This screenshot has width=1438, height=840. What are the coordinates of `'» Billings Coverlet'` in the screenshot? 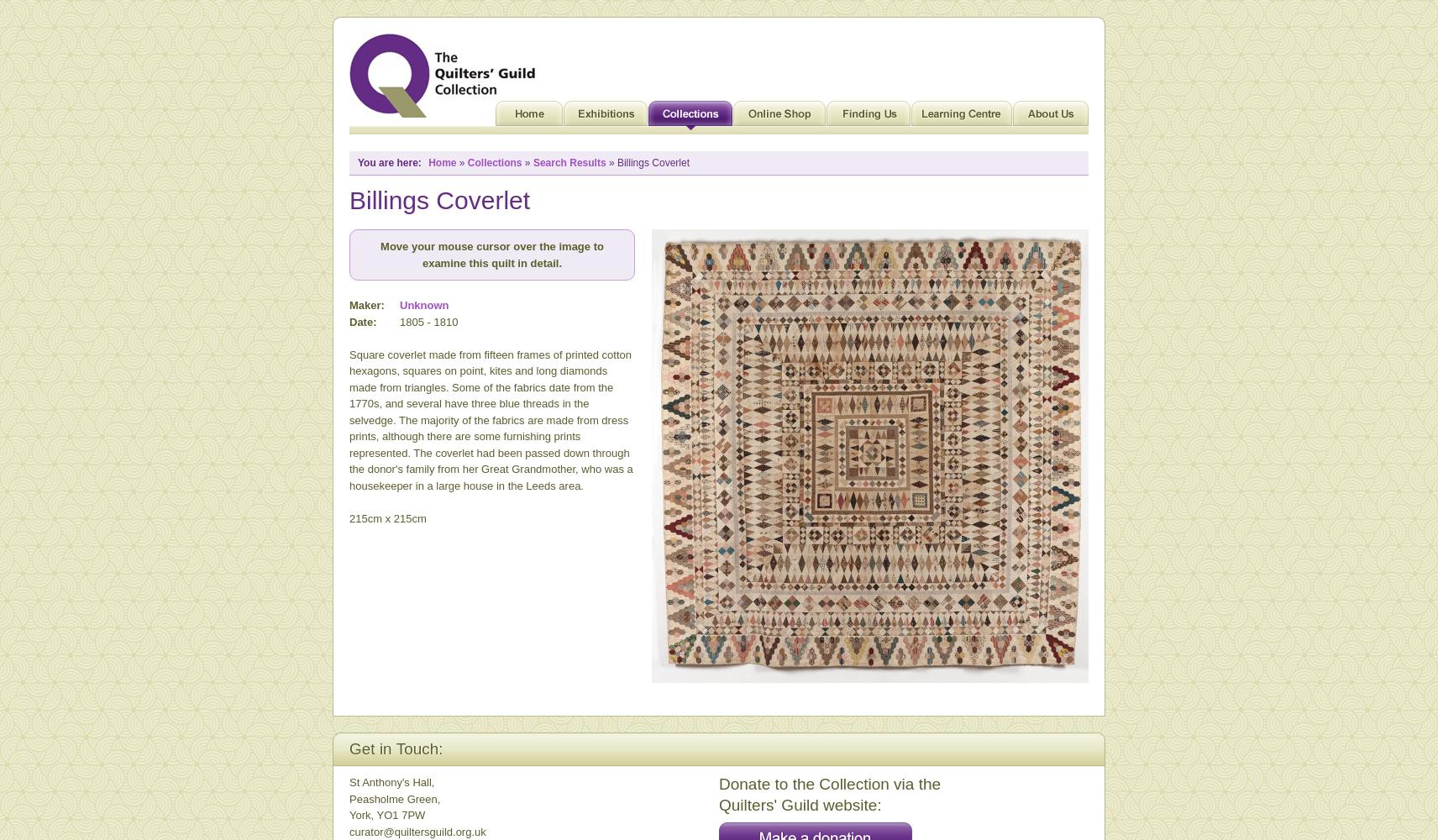 It's located at (605, 162).